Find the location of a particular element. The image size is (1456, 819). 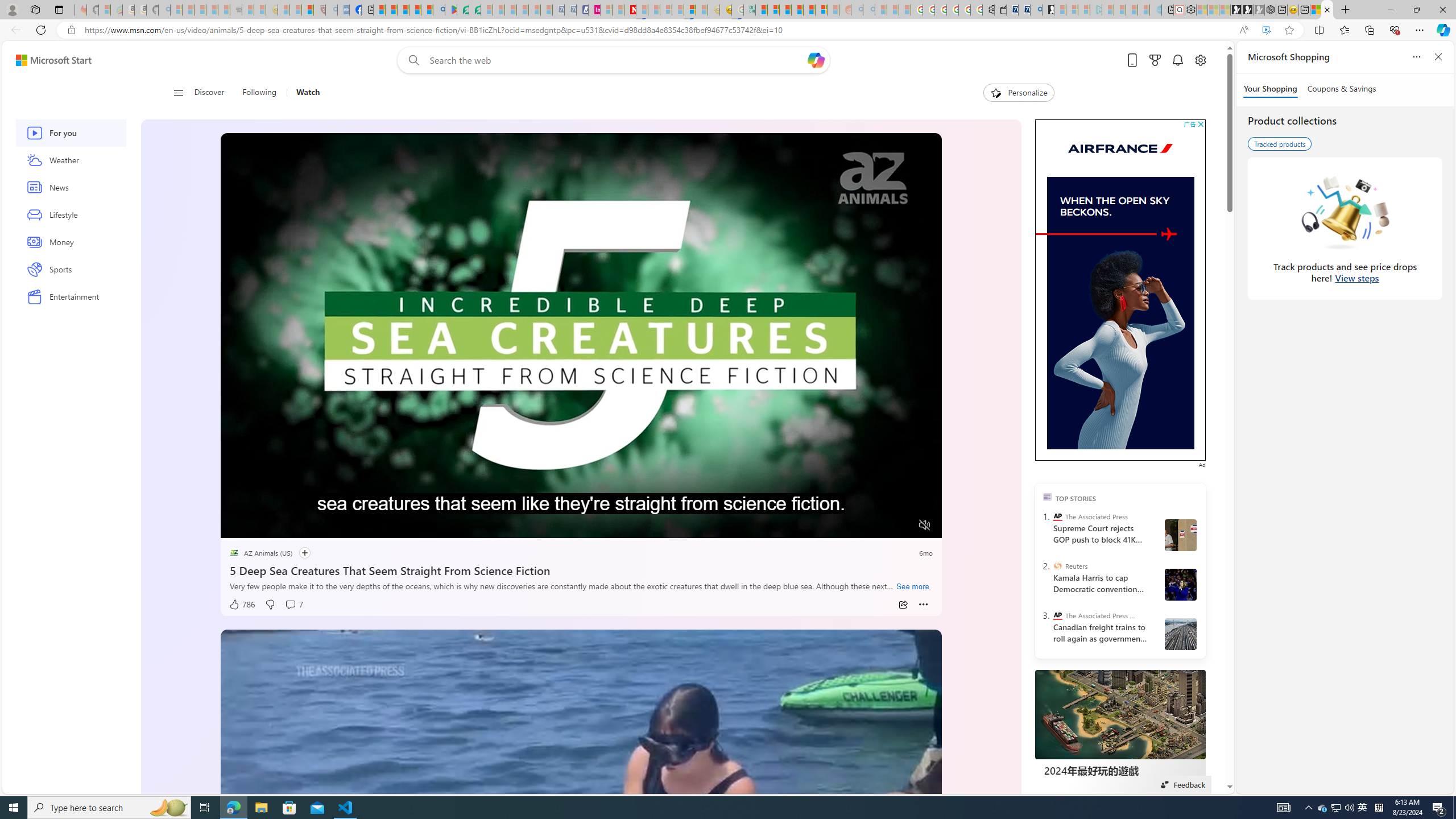

'Share' is located at coordinates (903, 604).